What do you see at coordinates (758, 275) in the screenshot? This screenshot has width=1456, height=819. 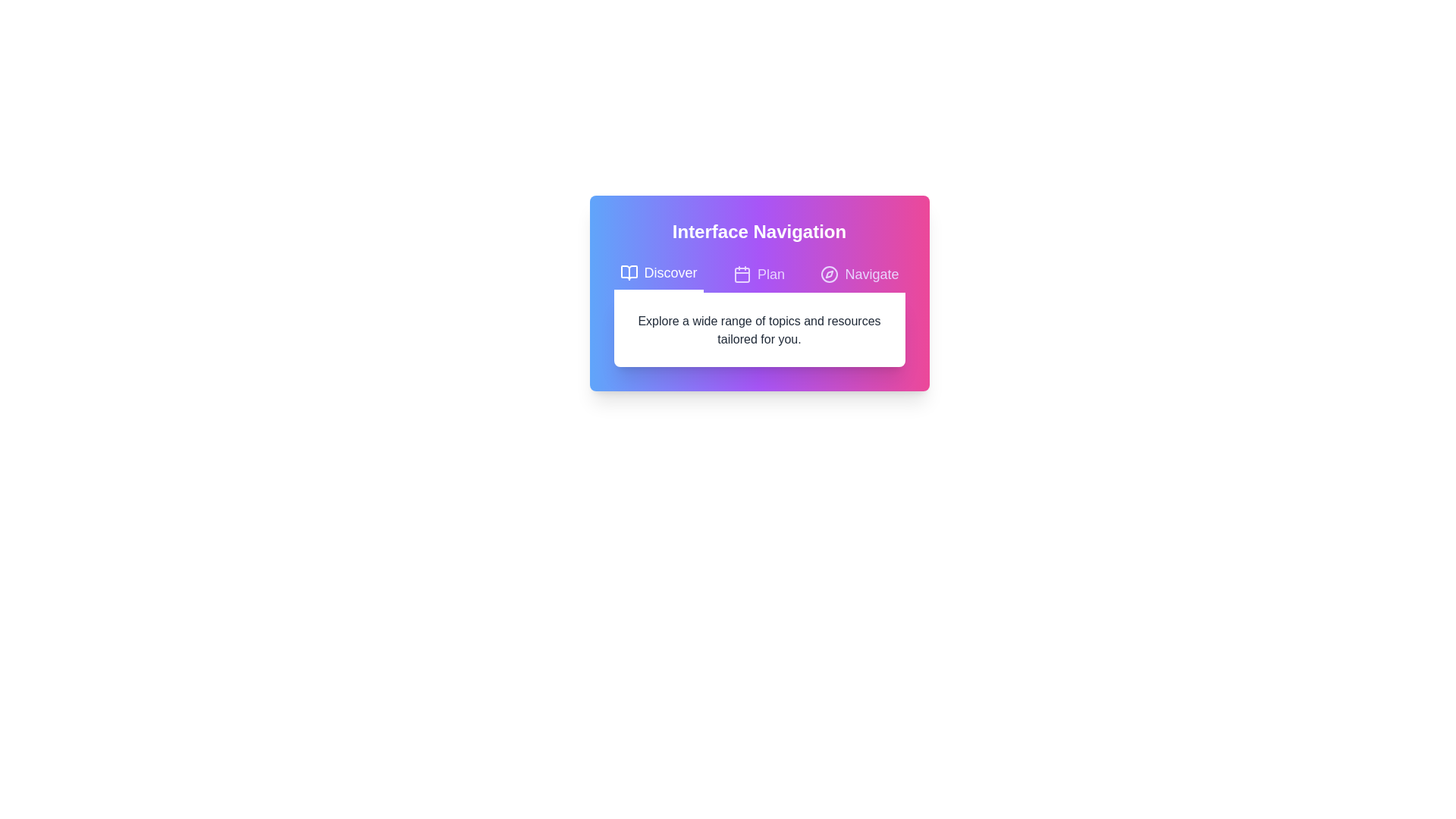 I see `the second button in the horizontal tab list, which is positioned between the 'Discover' and 'Navigate' buttons` at bounding box center [758, 275].